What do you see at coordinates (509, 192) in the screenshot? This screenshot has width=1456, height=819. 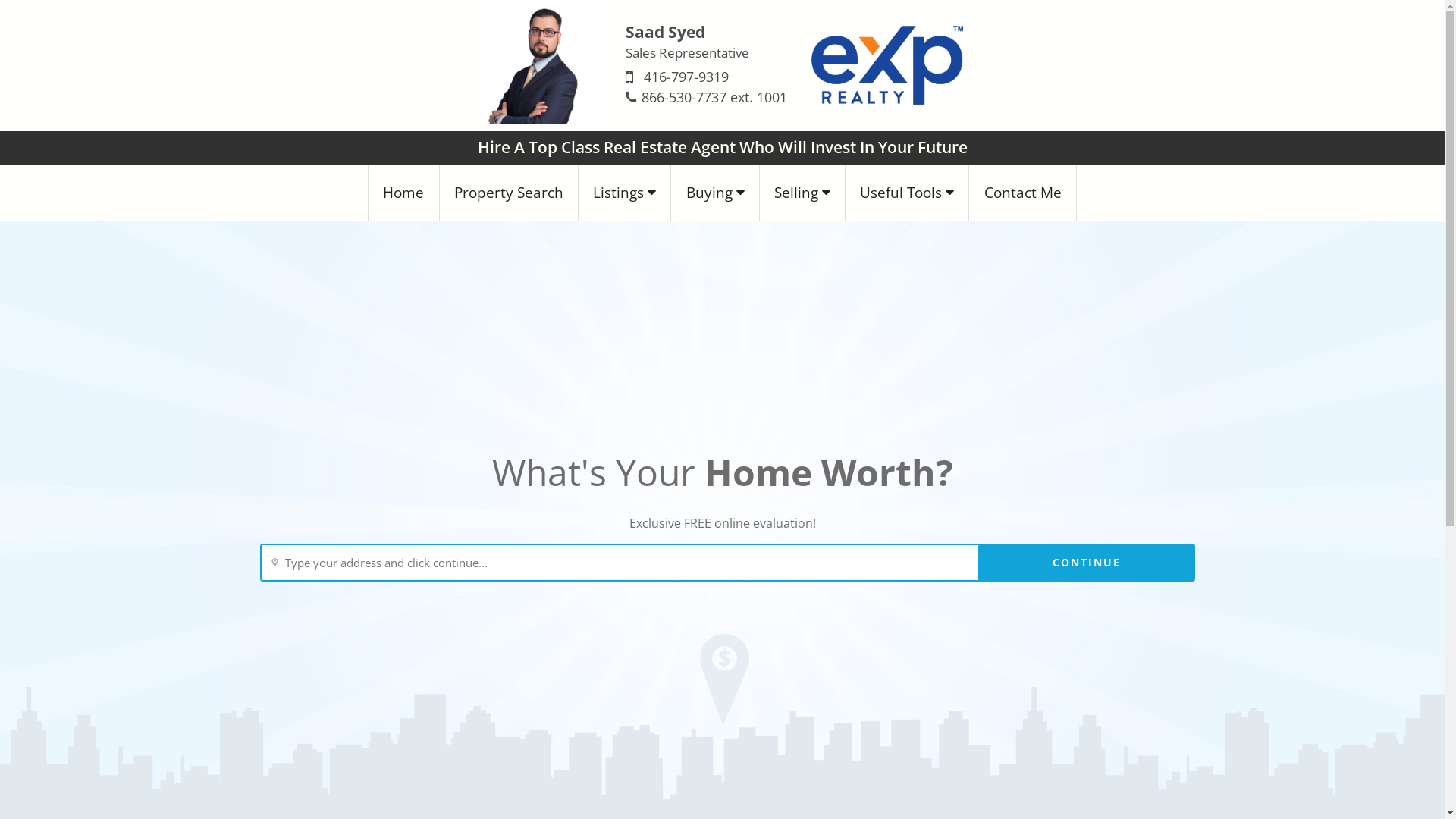 I see `'Property Search'` at bounding box center [509, 192].